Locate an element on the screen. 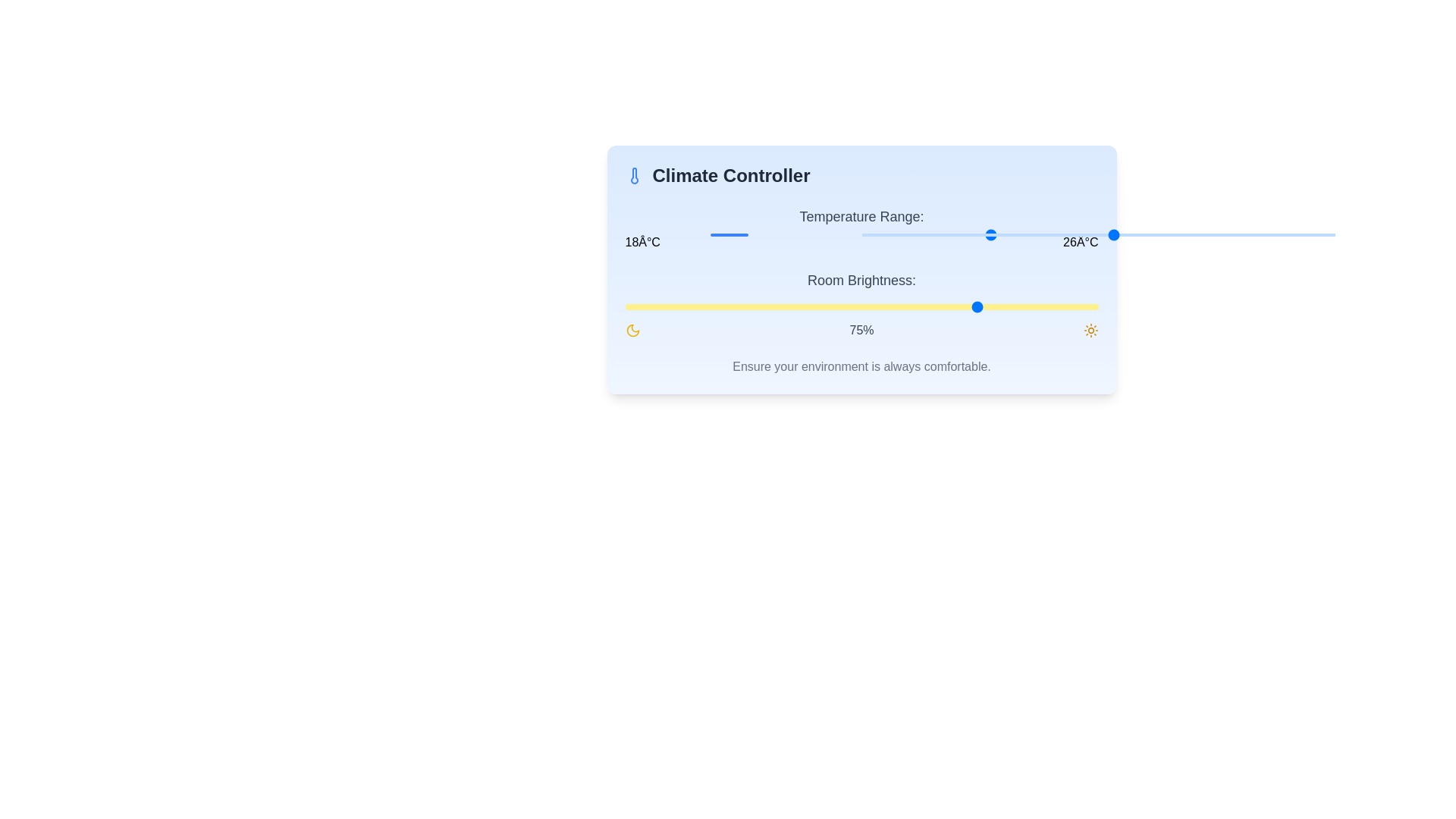 This screenshot has height=819, width=1456. the room brightness is located at coordinates (1050, 307).